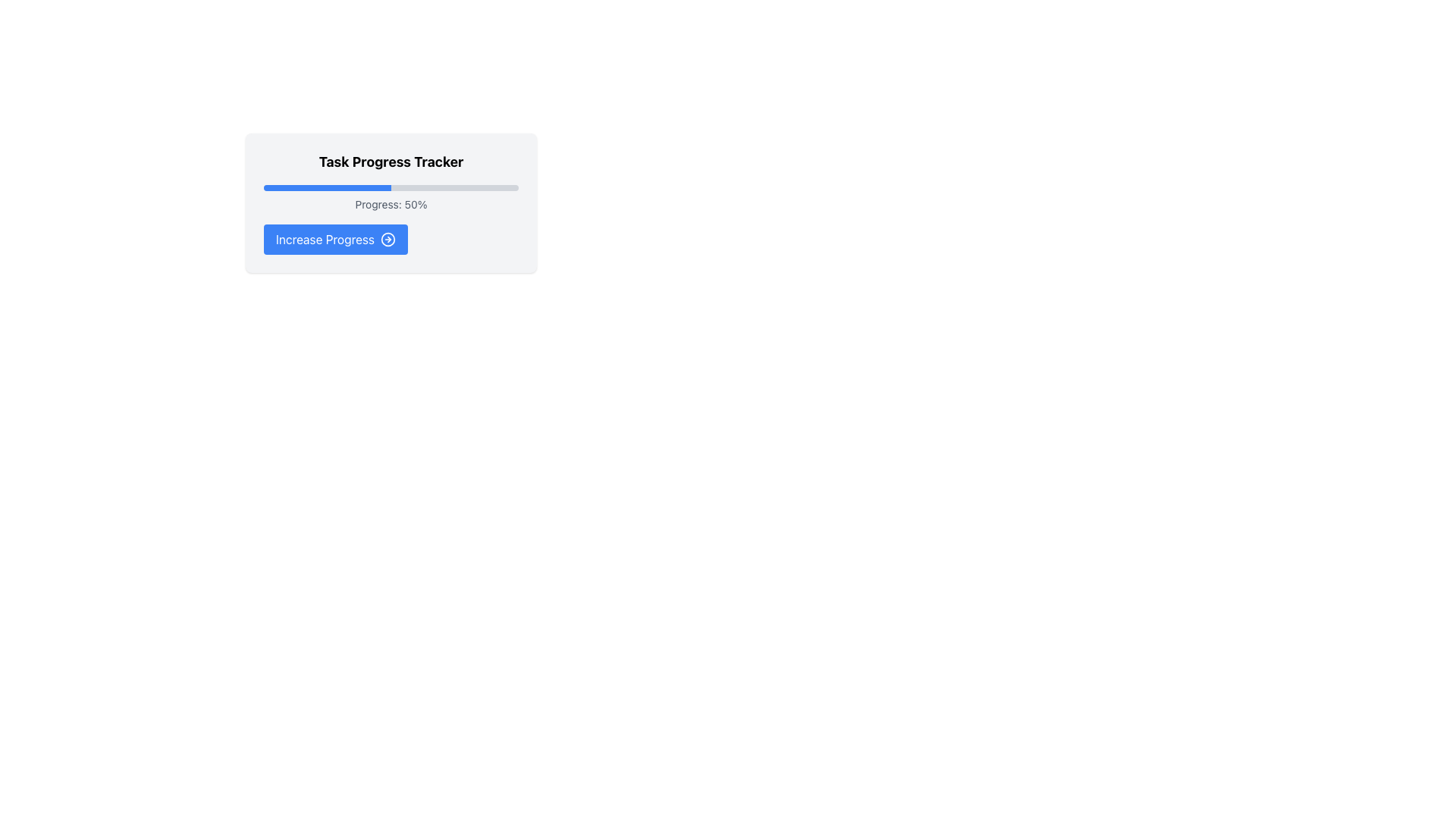  Describe the element at coordinates (391, 205) in the screenshot. I see `the static text element displaying 'Progress: 50%' which is located within the 'Task Progress Tracker' card, positioned below the blue progress bar and above the 'Increase Progress' button` at that location.